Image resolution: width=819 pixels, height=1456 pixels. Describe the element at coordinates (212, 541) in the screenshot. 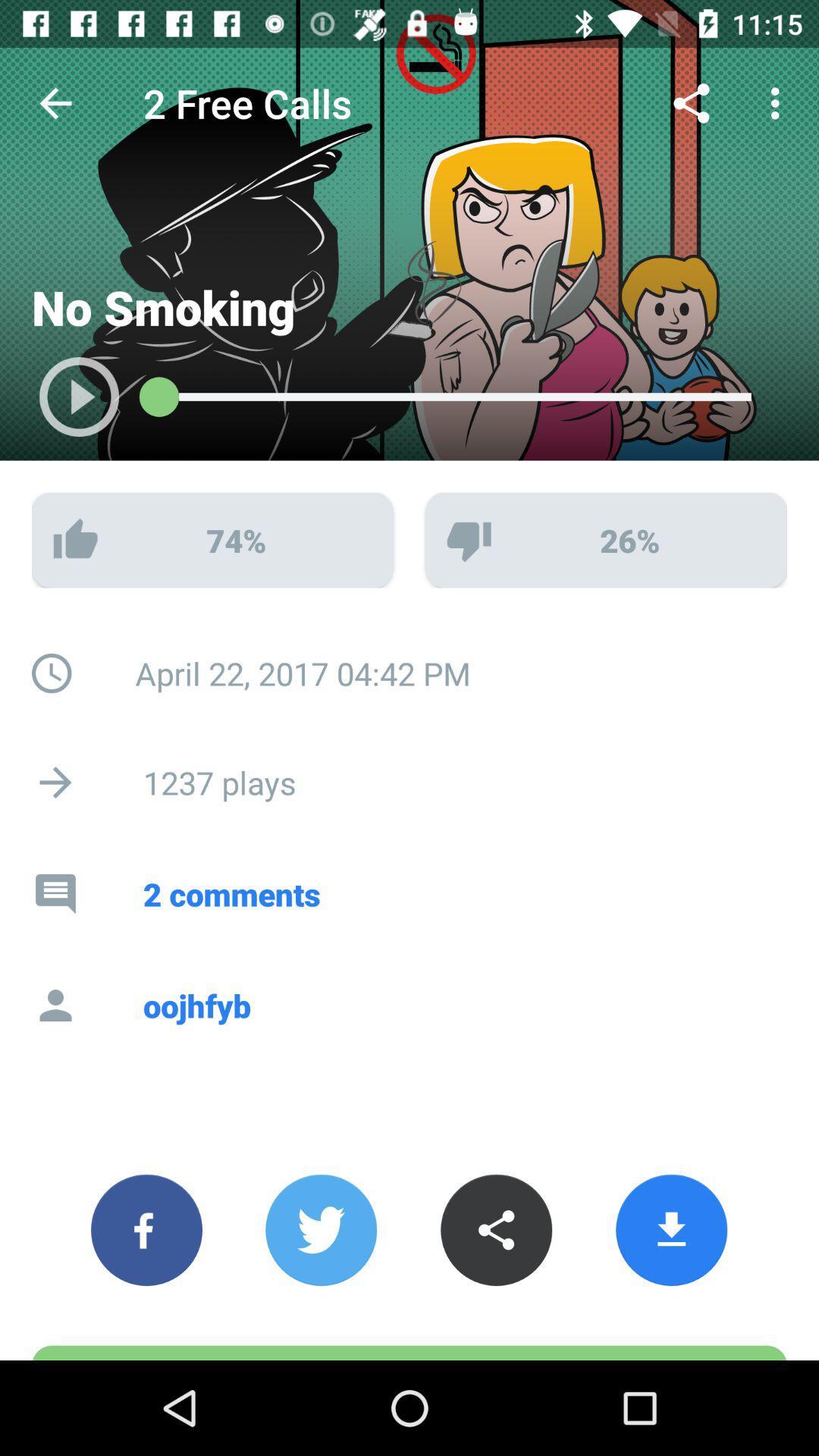

I see `the like option` at that location.